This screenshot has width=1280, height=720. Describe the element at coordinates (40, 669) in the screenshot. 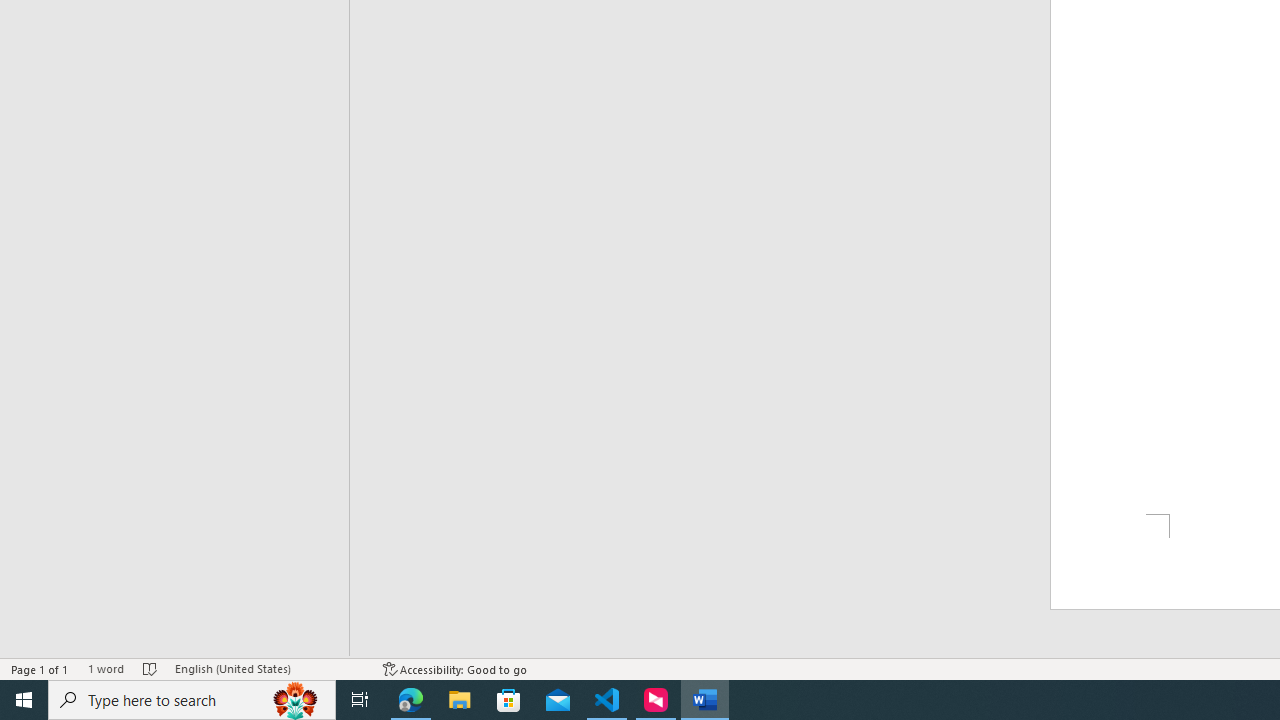

I see `'Page Number Page 1 of 1'` at that location.